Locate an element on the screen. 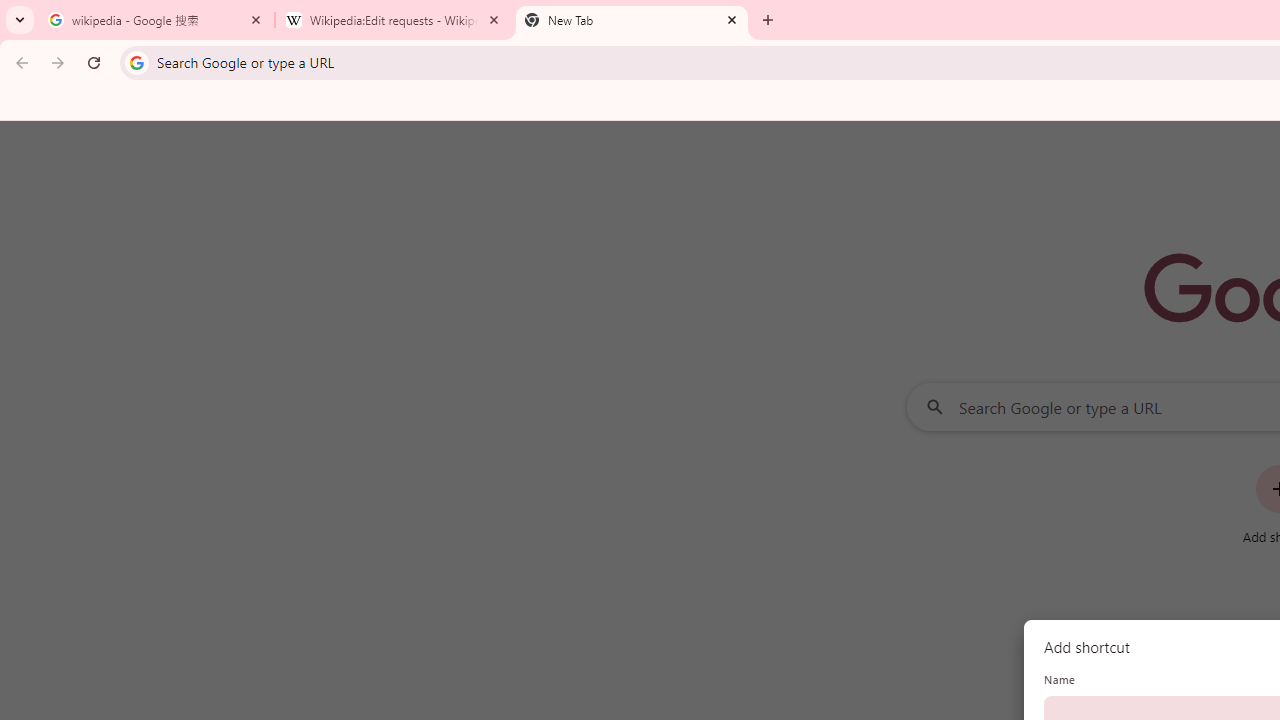  'System' is located at coordinates (10, 11).